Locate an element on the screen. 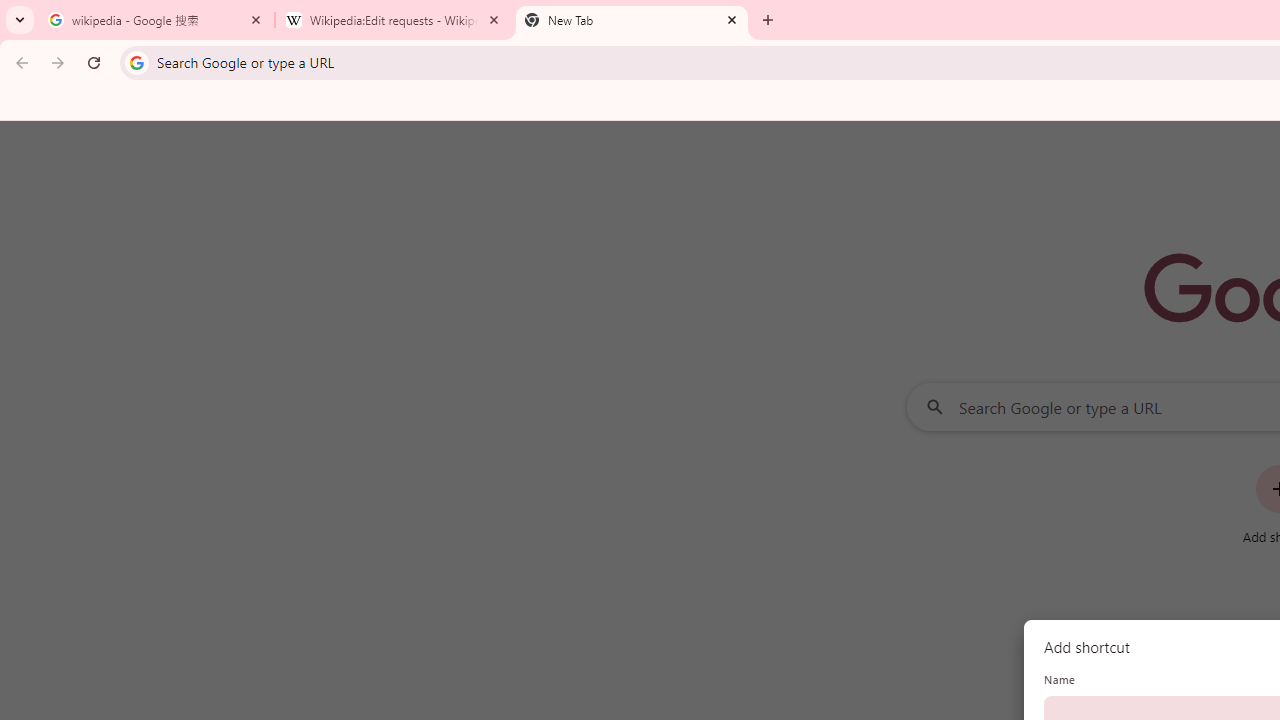  'System' is located at coordinates (10, 11).